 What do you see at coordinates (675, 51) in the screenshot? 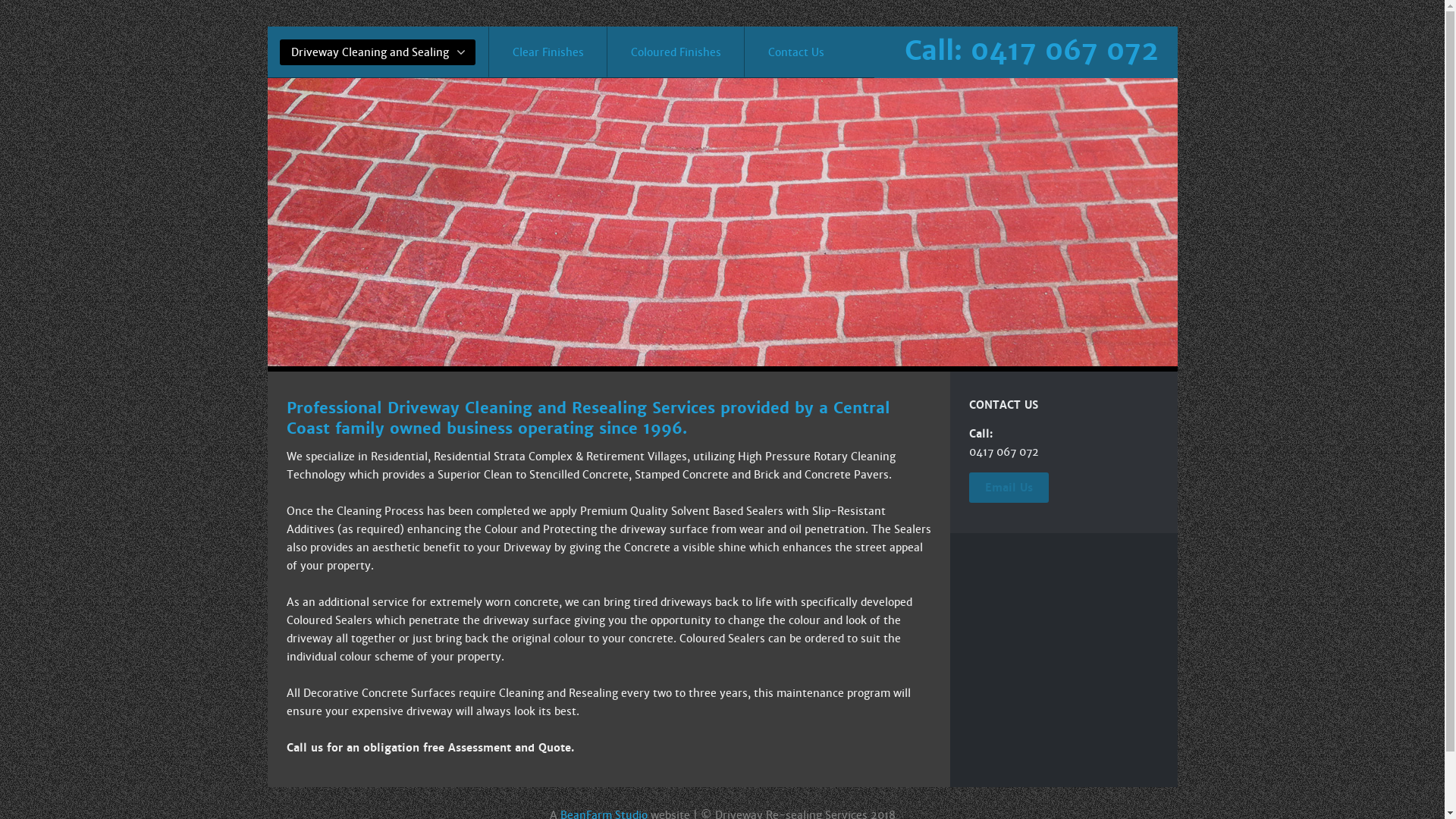
I see `'Coloured Finishes'` at bounding box center [675, 51].